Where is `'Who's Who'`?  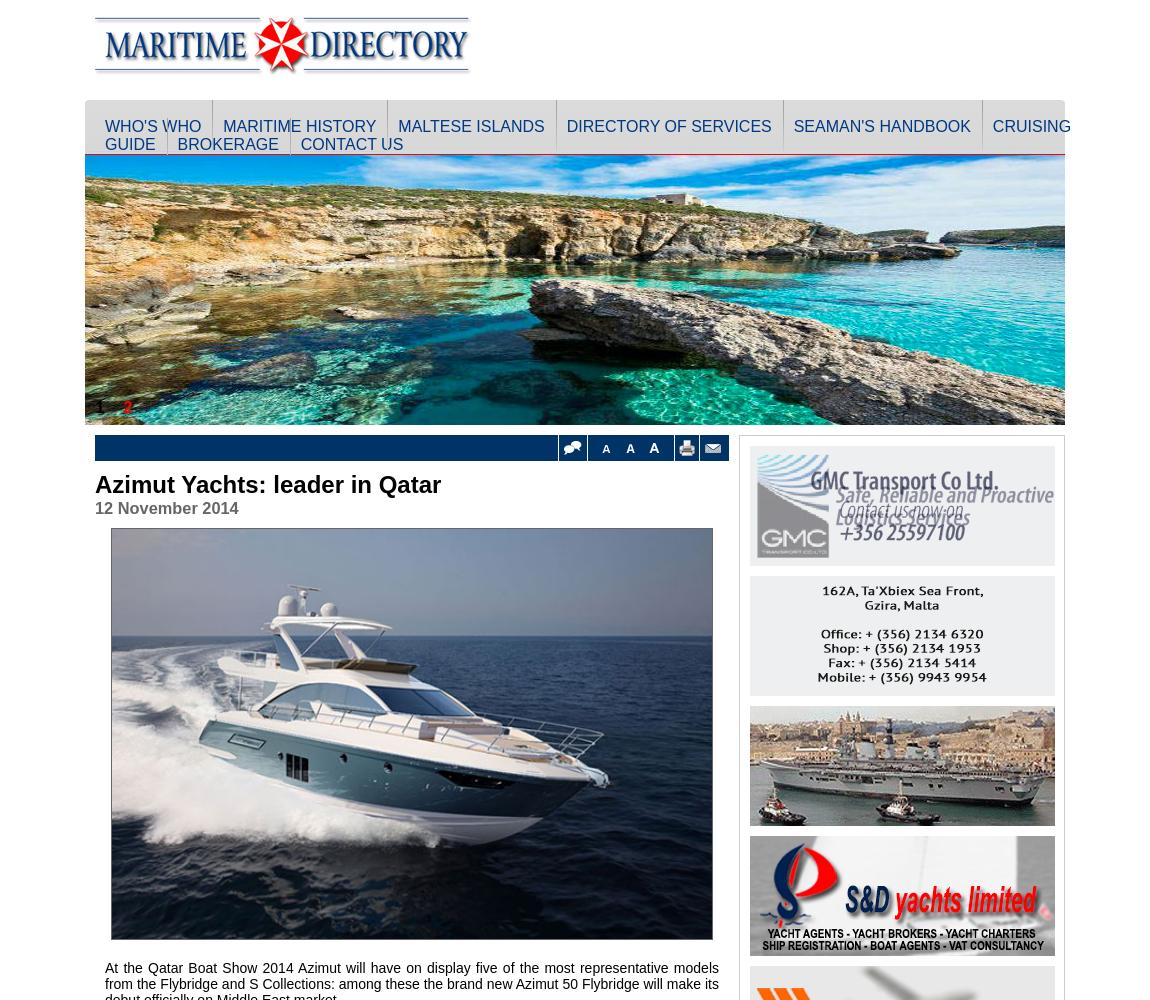 'Who's Who' is located at coordinates (151, 126).